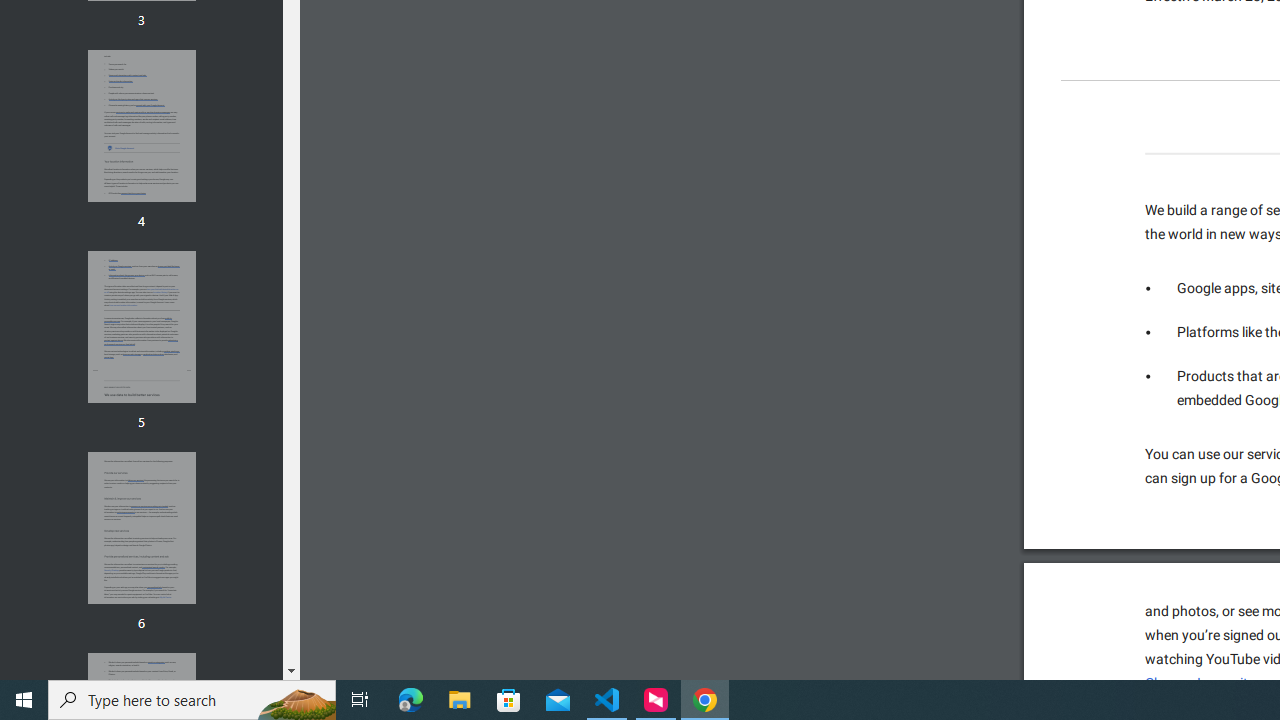  I want to click on 'Thumbnail for page 4', so click(140, 126).